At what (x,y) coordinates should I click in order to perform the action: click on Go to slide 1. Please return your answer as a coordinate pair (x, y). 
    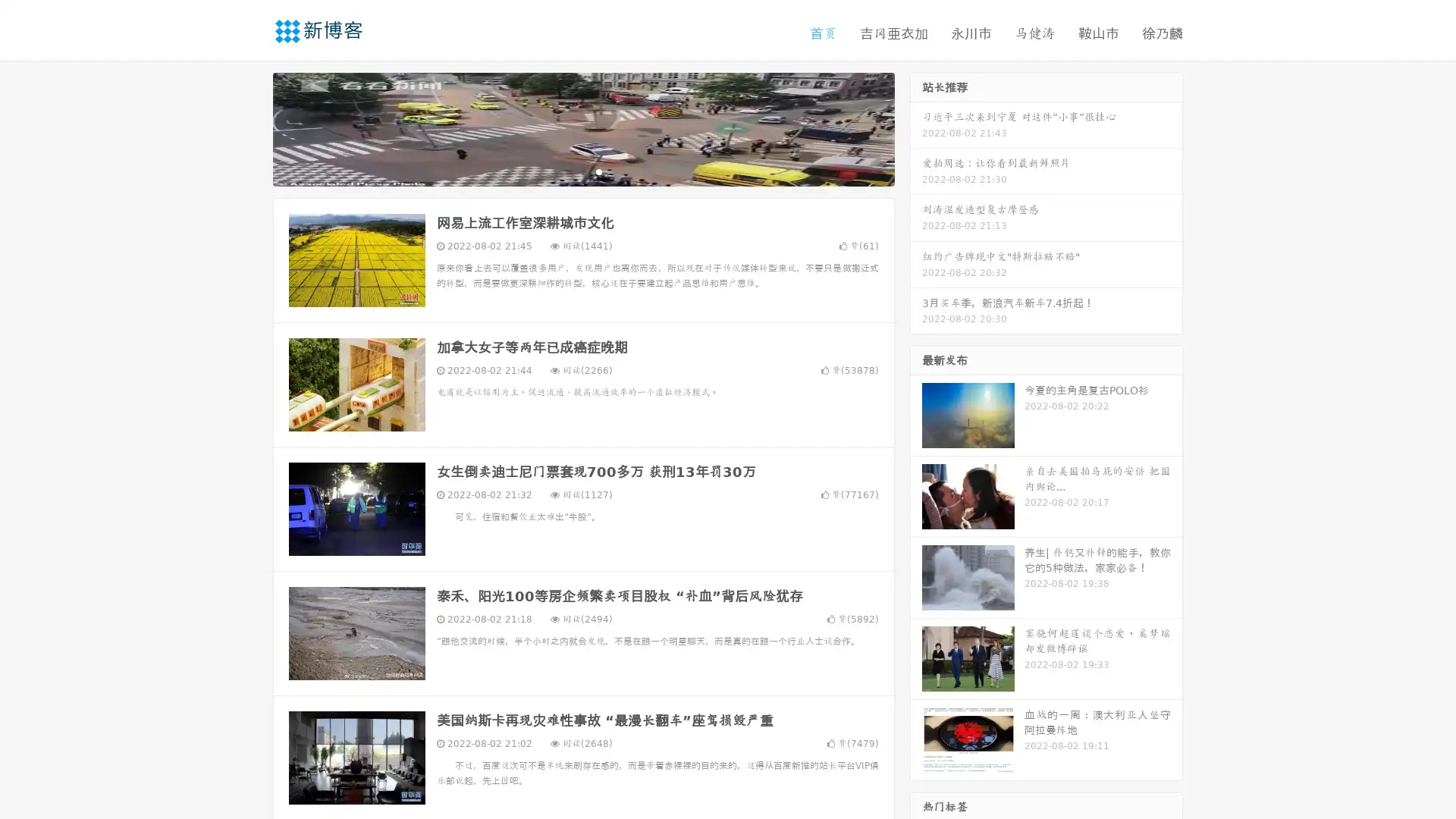
    Looking at the image, I should click on (567, 171).